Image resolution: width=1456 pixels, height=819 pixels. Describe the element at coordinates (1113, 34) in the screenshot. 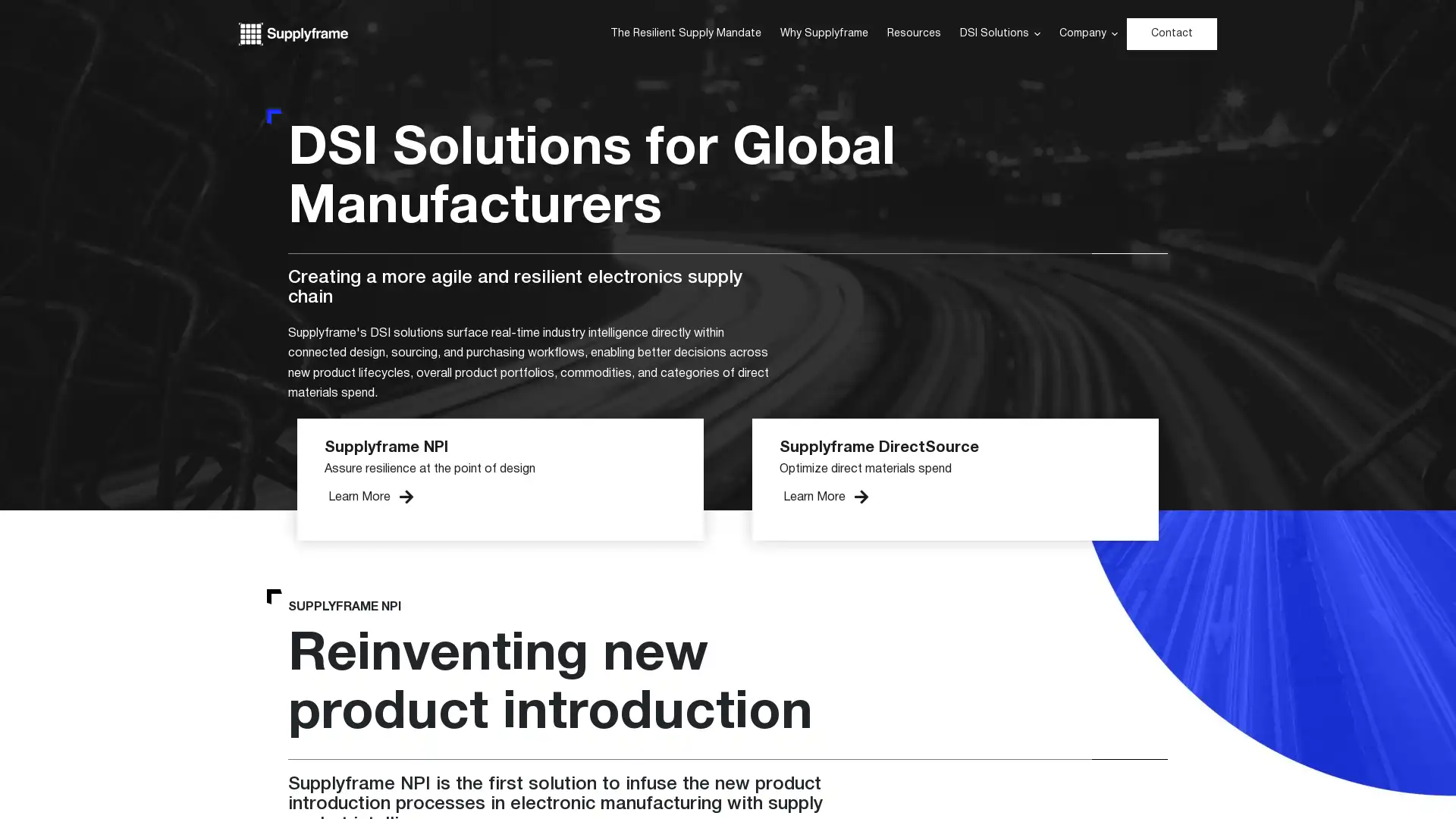

I see `Menu dropdown indicator` at that location.